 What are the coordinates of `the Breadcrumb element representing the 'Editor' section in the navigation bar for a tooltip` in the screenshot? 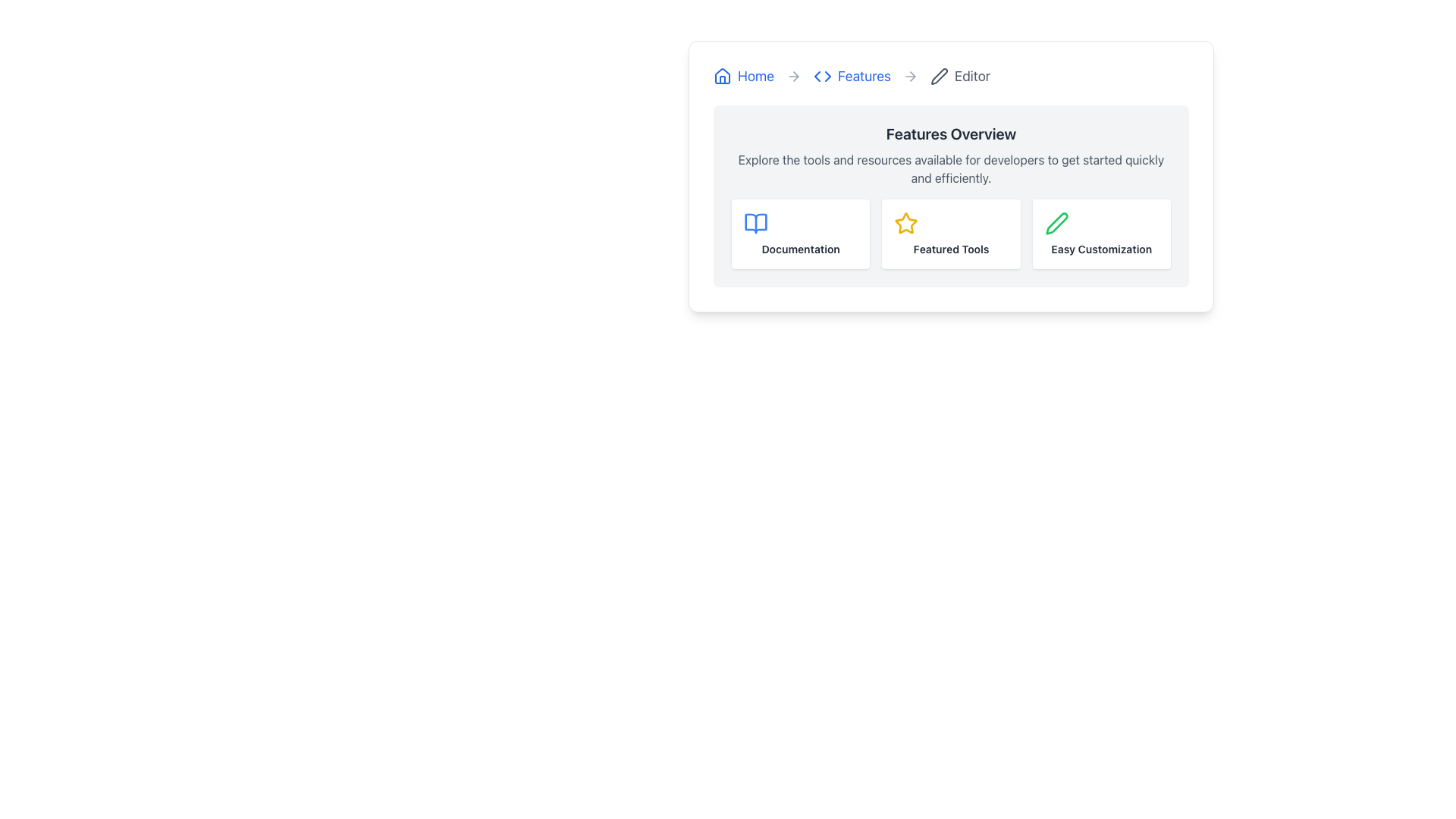 It's located at (959, 76).